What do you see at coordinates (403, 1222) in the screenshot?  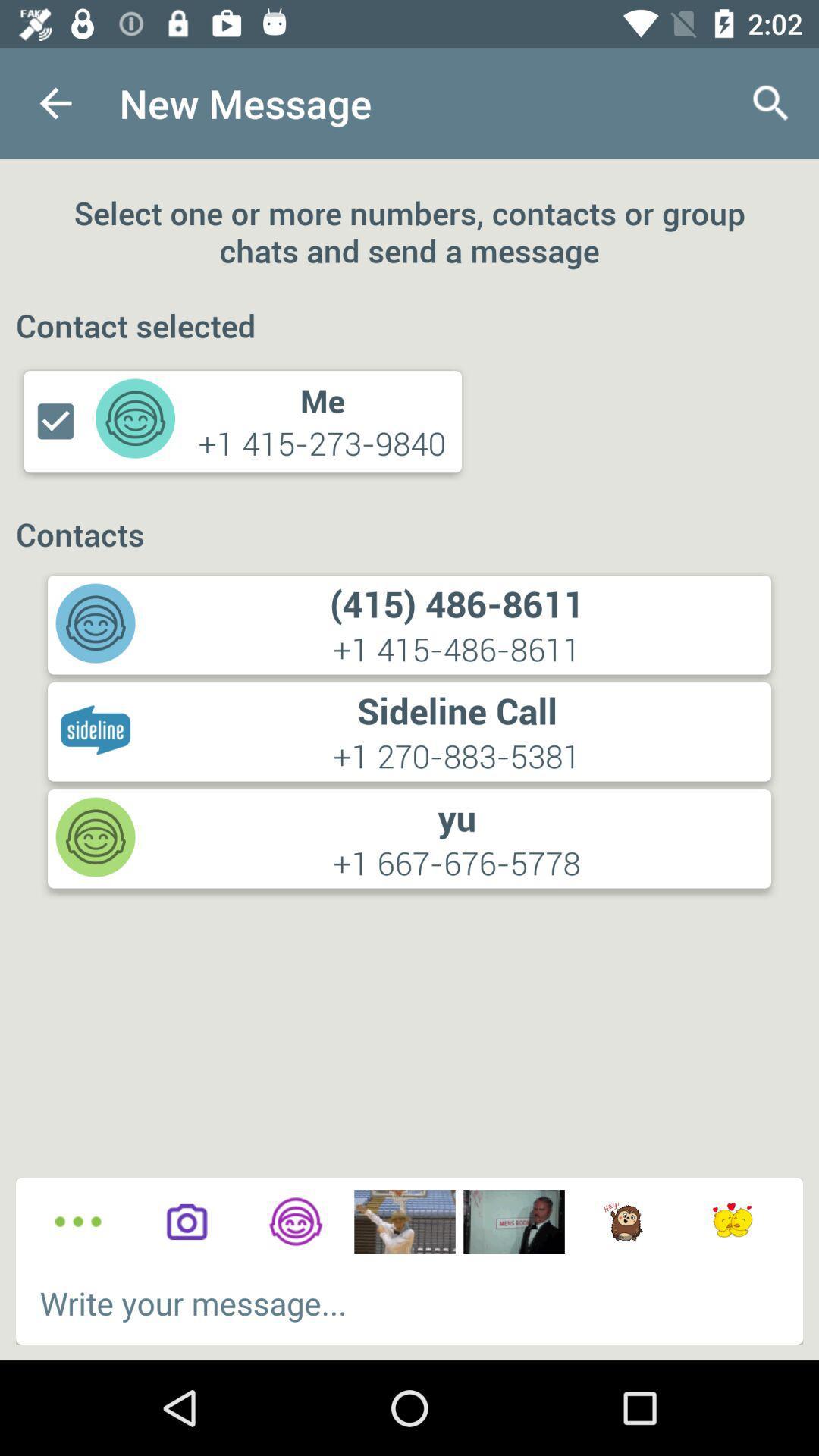 I see `image` at bounding box center [403, 1222].